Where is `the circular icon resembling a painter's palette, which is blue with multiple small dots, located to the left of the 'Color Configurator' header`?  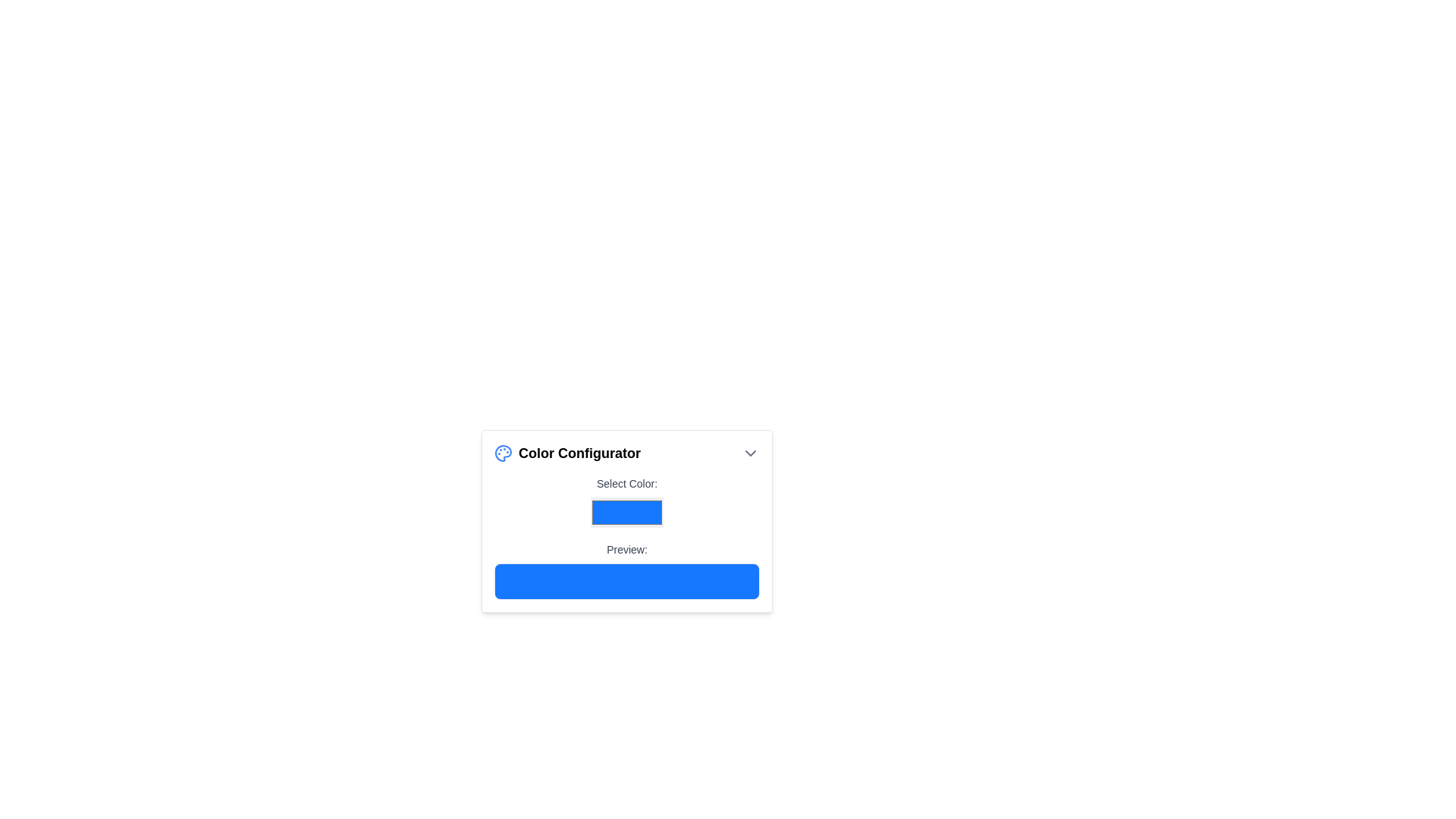
the circular icon resembling a painter's palette, which is blue with multiple small dots, located to the left of the 'Color Configurator' header is located at coordinates (503, 452).